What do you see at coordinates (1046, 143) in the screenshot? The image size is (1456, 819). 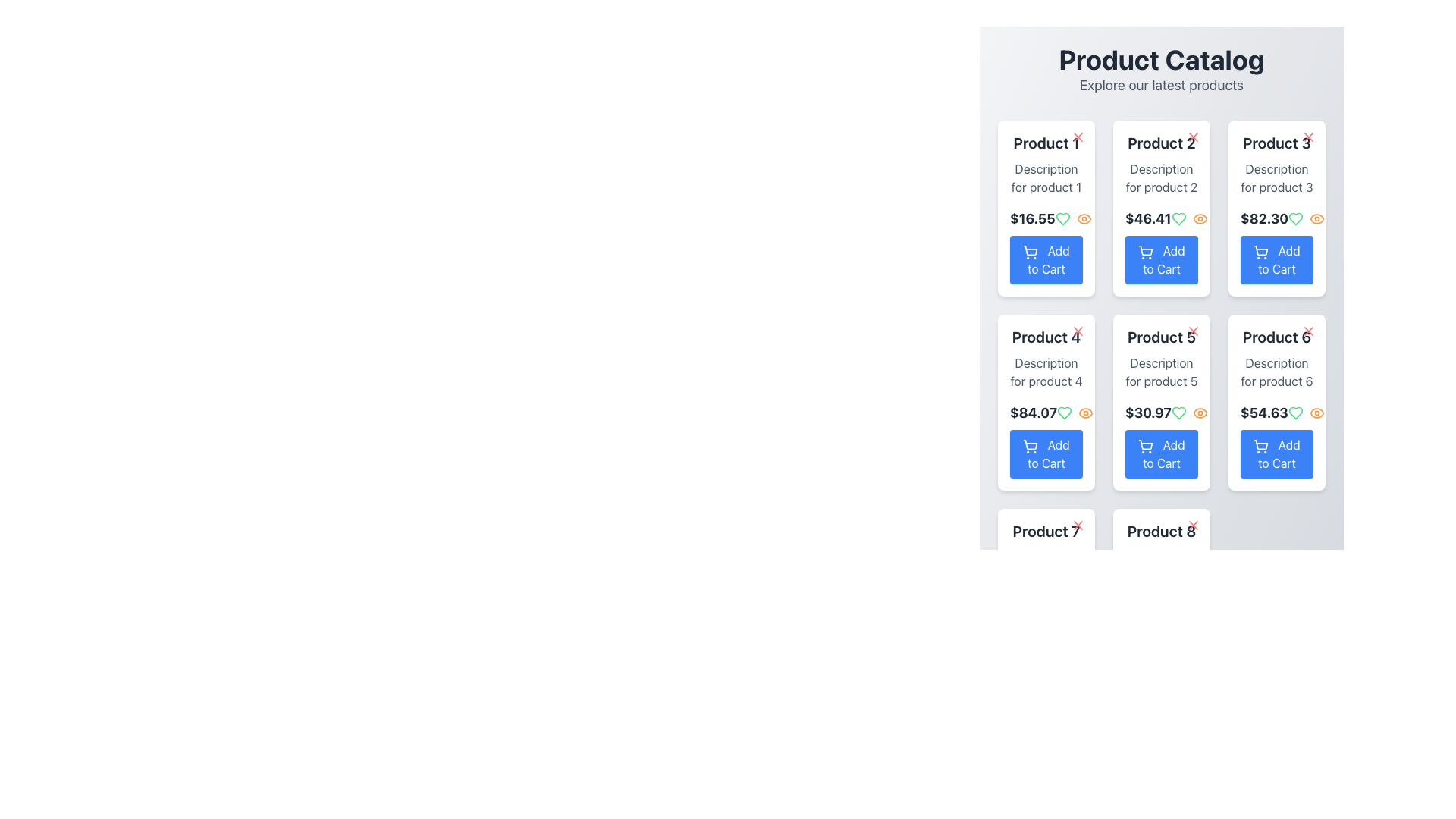 I see `text displayed in the bold title 'Product 1' located at the top of the first card in the grid layout` at bounding box center [1046, 143].